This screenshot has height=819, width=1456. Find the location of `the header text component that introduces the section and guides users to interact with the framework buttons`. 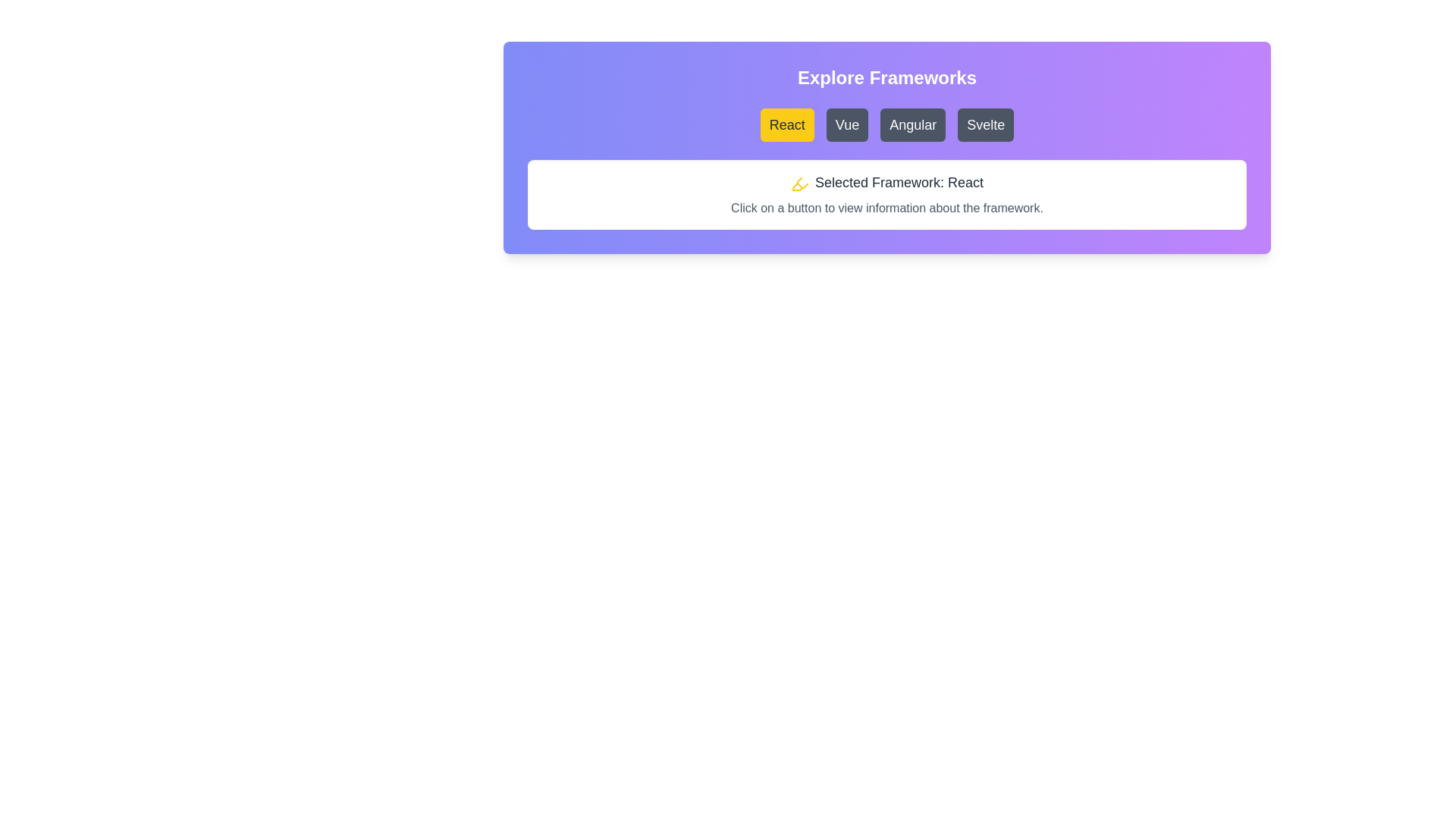

the header text component that introduces the section and guides users to interact with the framework buttons is located at coordinates (887, 78).